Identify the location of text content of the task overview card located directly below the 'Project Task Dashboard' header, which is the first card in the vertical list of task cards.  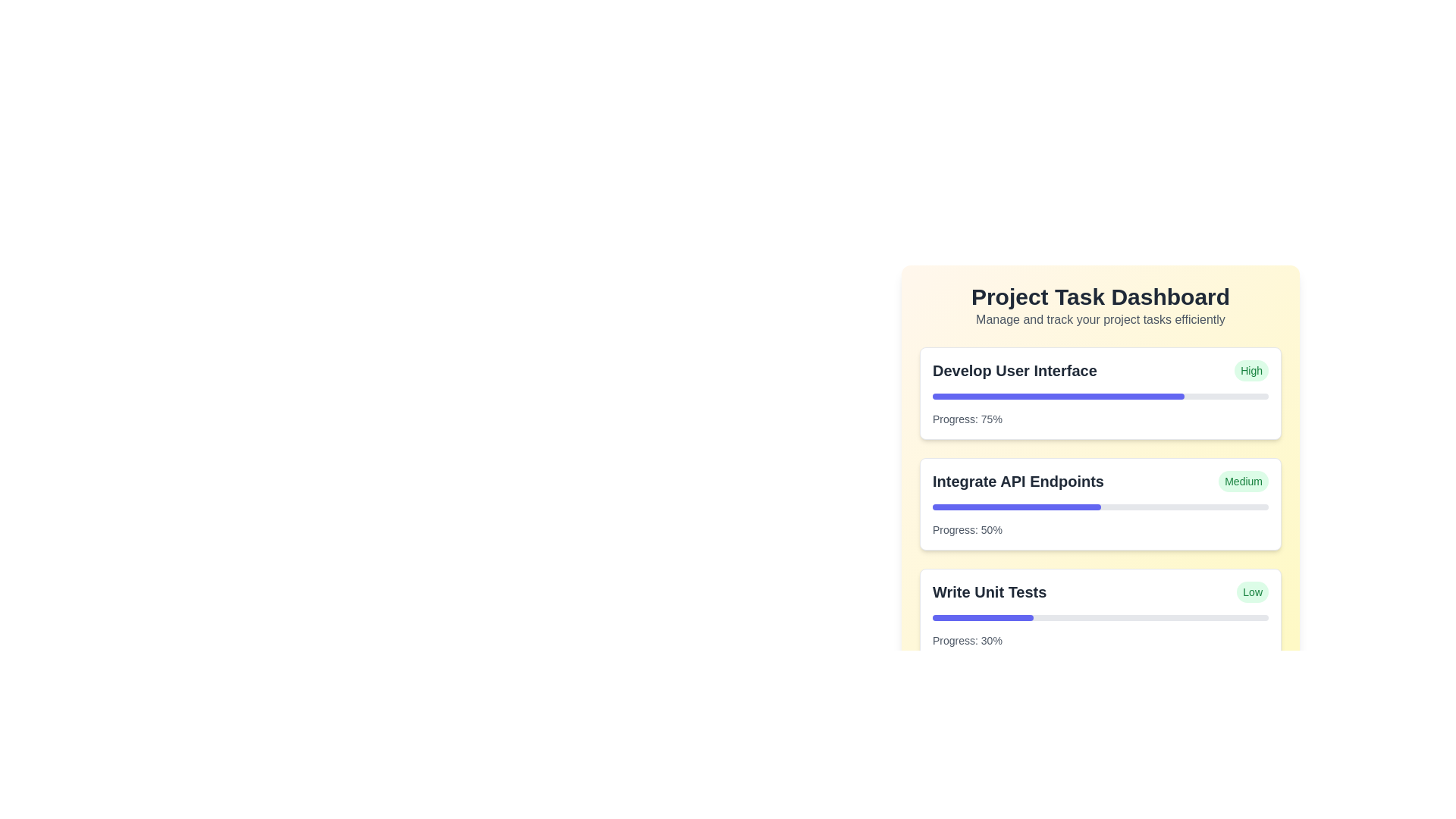
(1100, 393).